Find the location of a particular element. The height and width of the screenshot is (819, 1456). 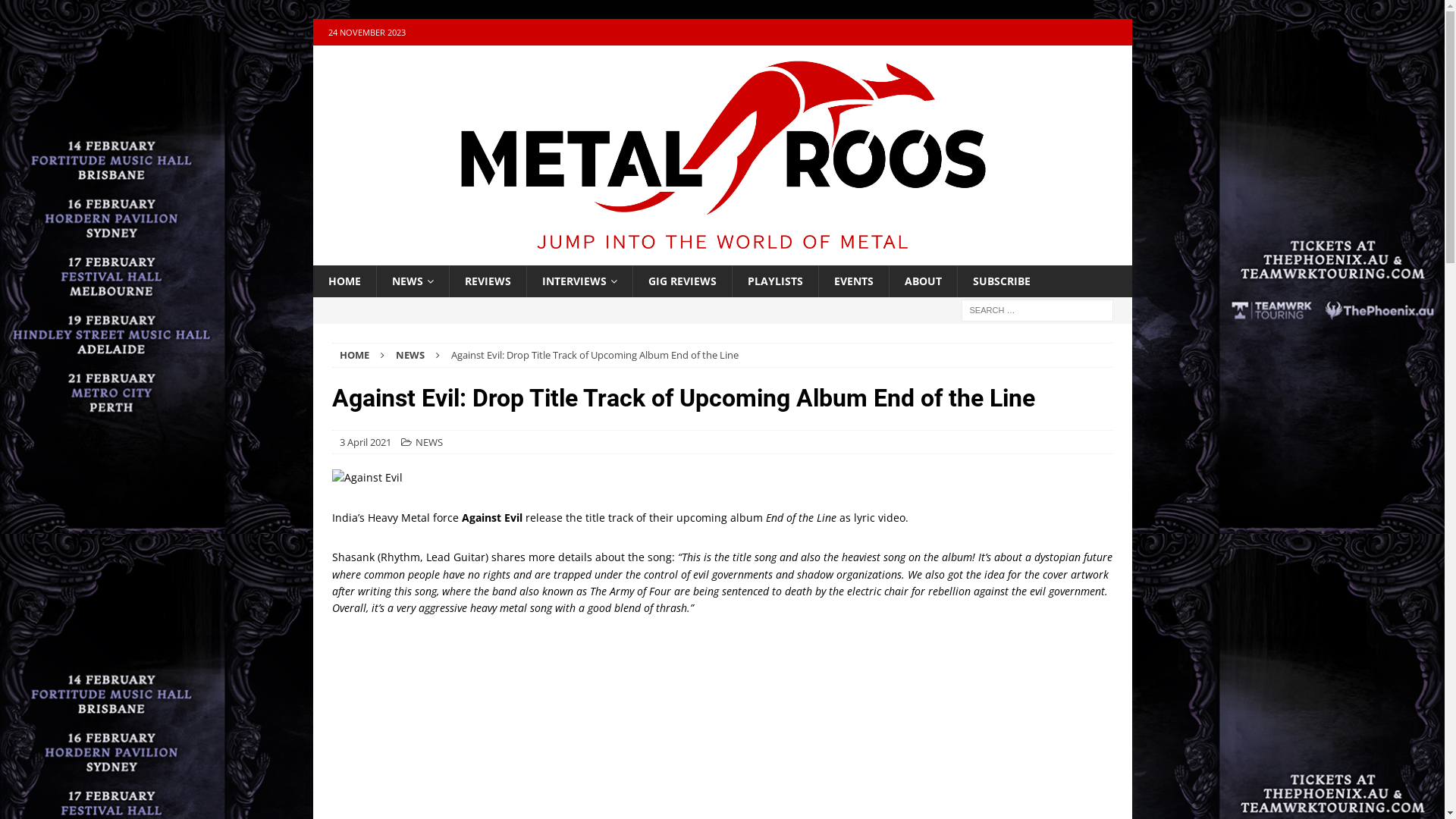

'EVENTS' is located at coordinates (852, 281).